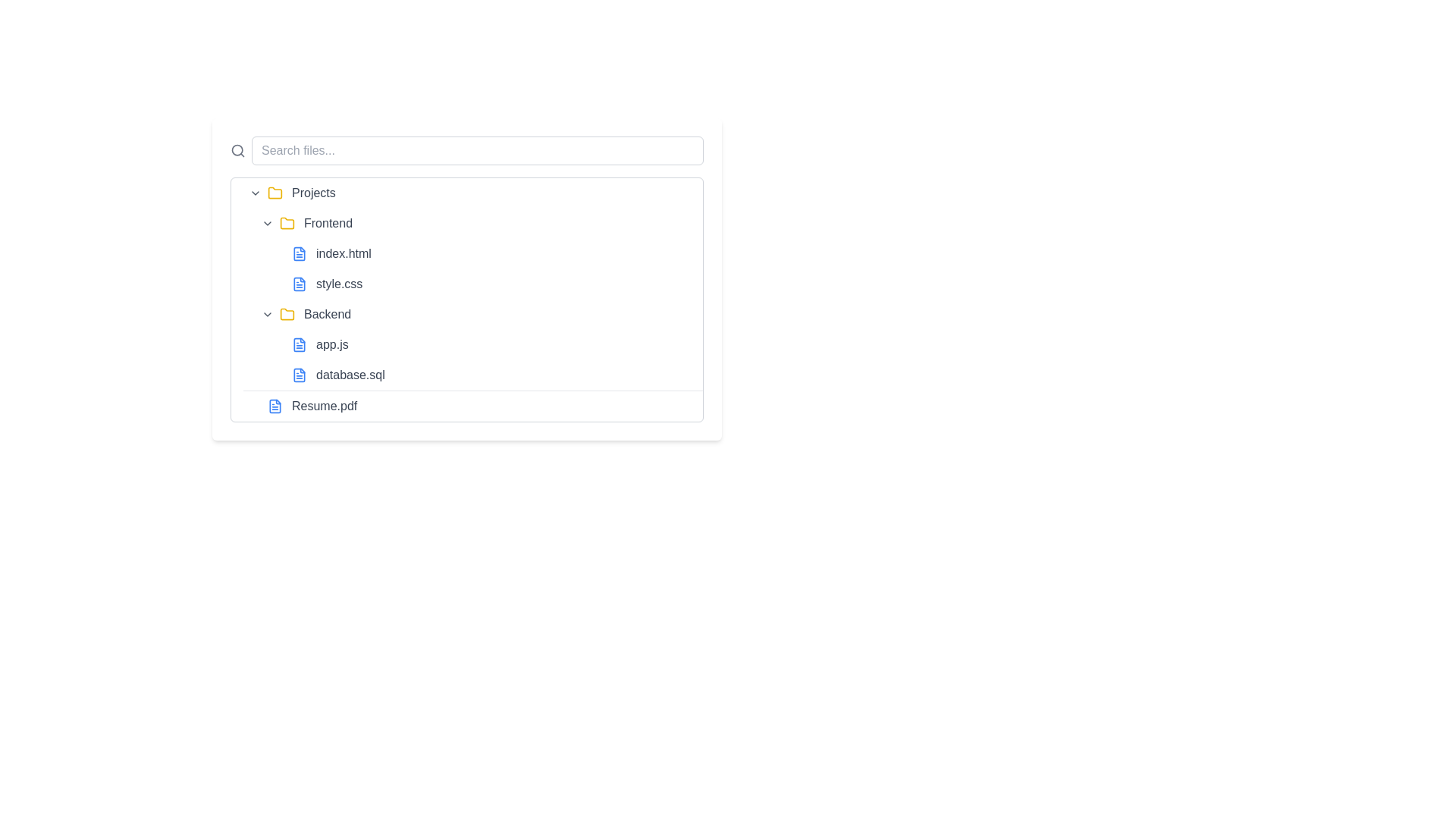 This screenshot has width=1456, height=819. What do you see at coordinates (237, 151) in the screenshot?
I see `the magnifying glass icon located to the left of the search bar's text input field, styled in a minimalistic manner with thin strokes` at bounding box center [237, 151].